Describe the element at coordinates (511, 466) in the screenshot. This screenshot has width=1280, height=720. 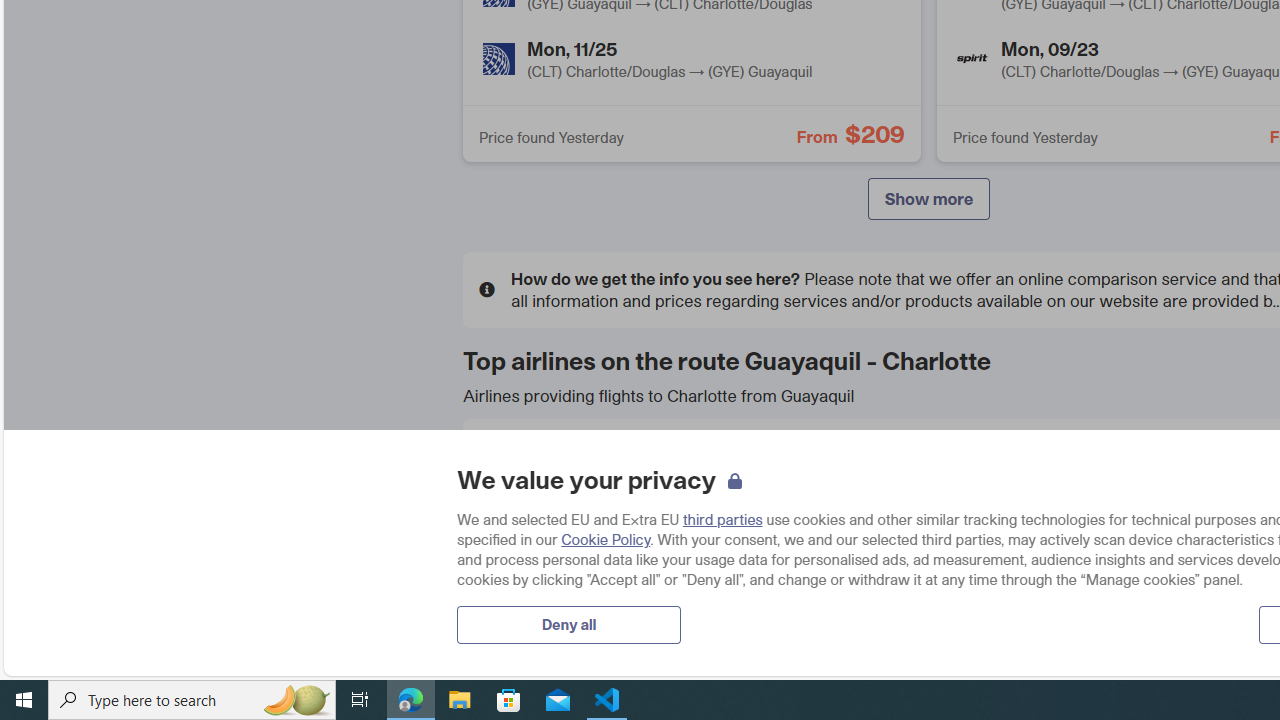
I see `'American Airlines'` at that location.